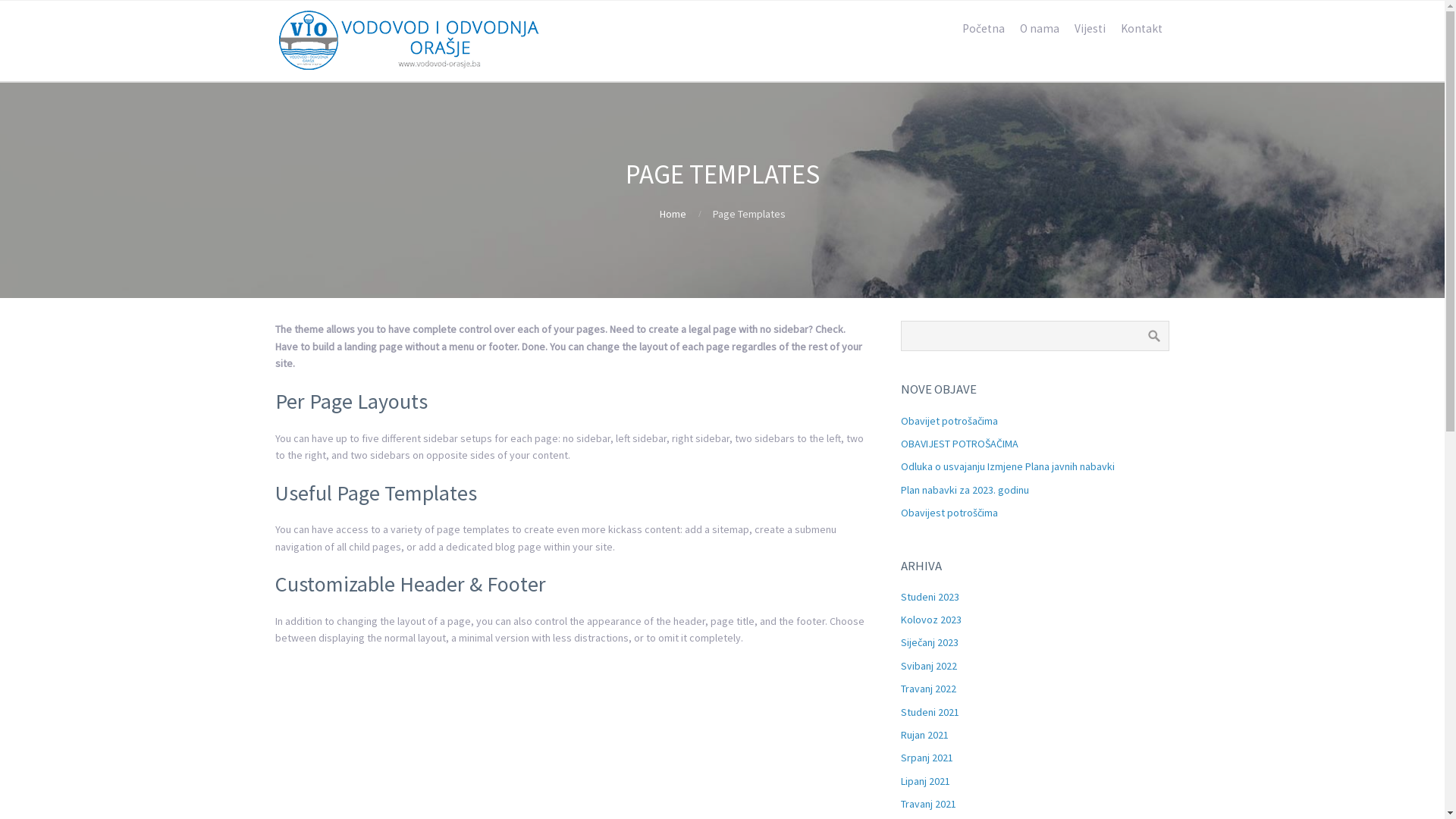 This screenshot has width=1456, height=819. Describe the element at coordinates (927, 803) in the screenshot. I see `'Travanj 2021'` at that location.